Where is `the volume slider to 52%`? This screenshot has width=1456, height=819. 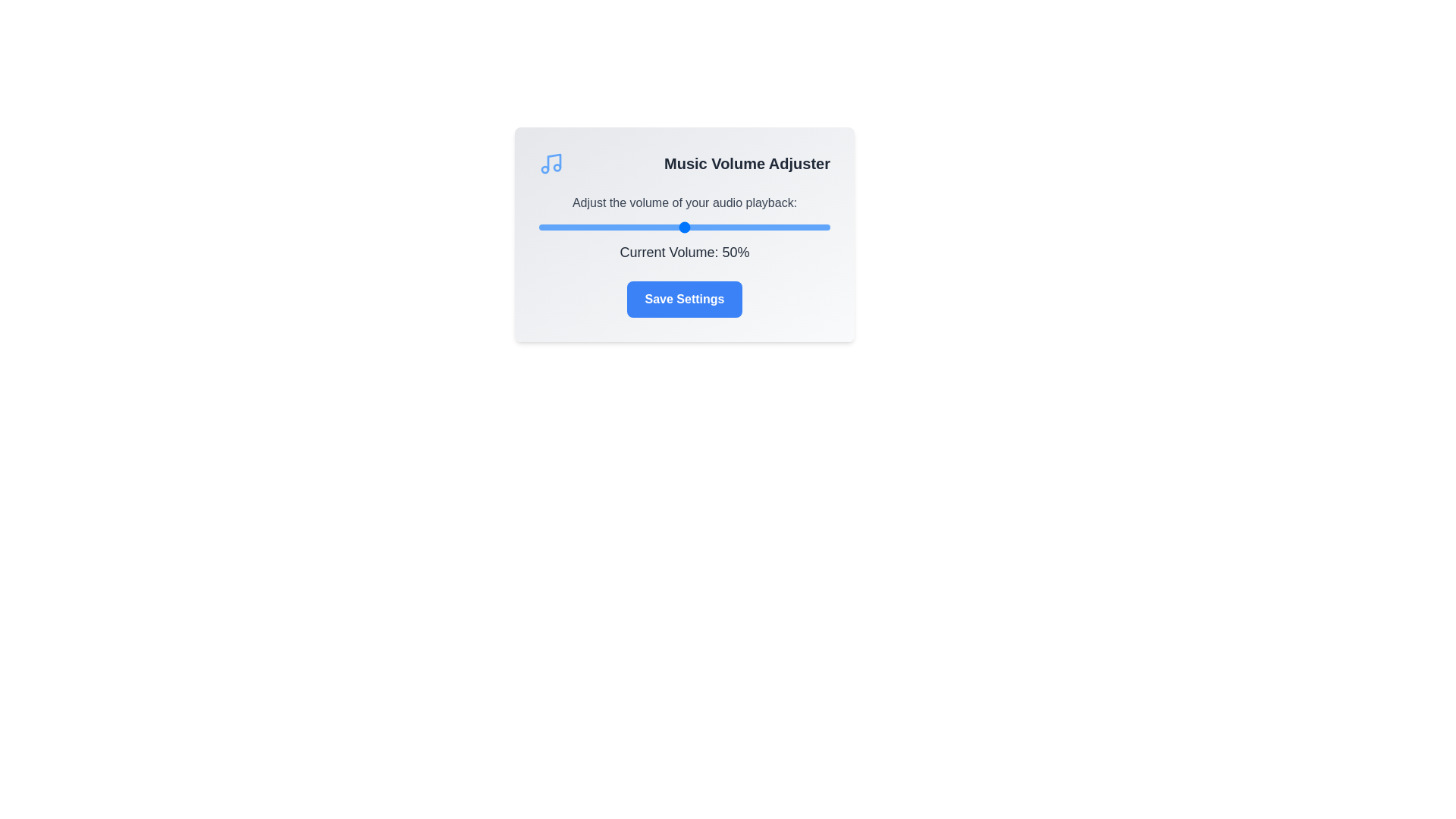
the volume slider to 52% is located at coordinates (689, 227).